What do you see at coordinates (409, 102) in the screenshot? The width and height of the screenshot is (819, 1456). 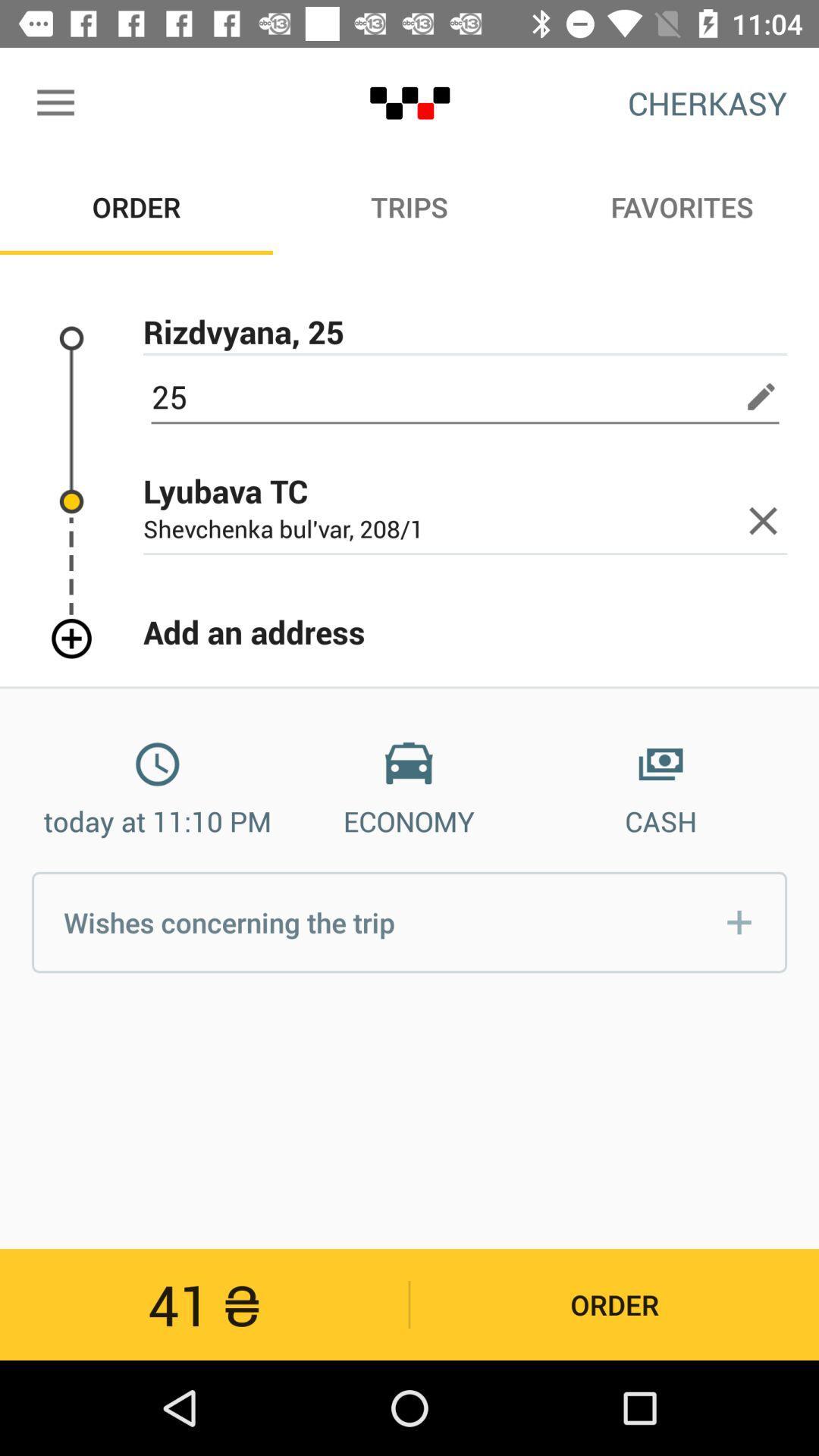 I see `the image bedside the menu icon` at bounding box center [409, 102].